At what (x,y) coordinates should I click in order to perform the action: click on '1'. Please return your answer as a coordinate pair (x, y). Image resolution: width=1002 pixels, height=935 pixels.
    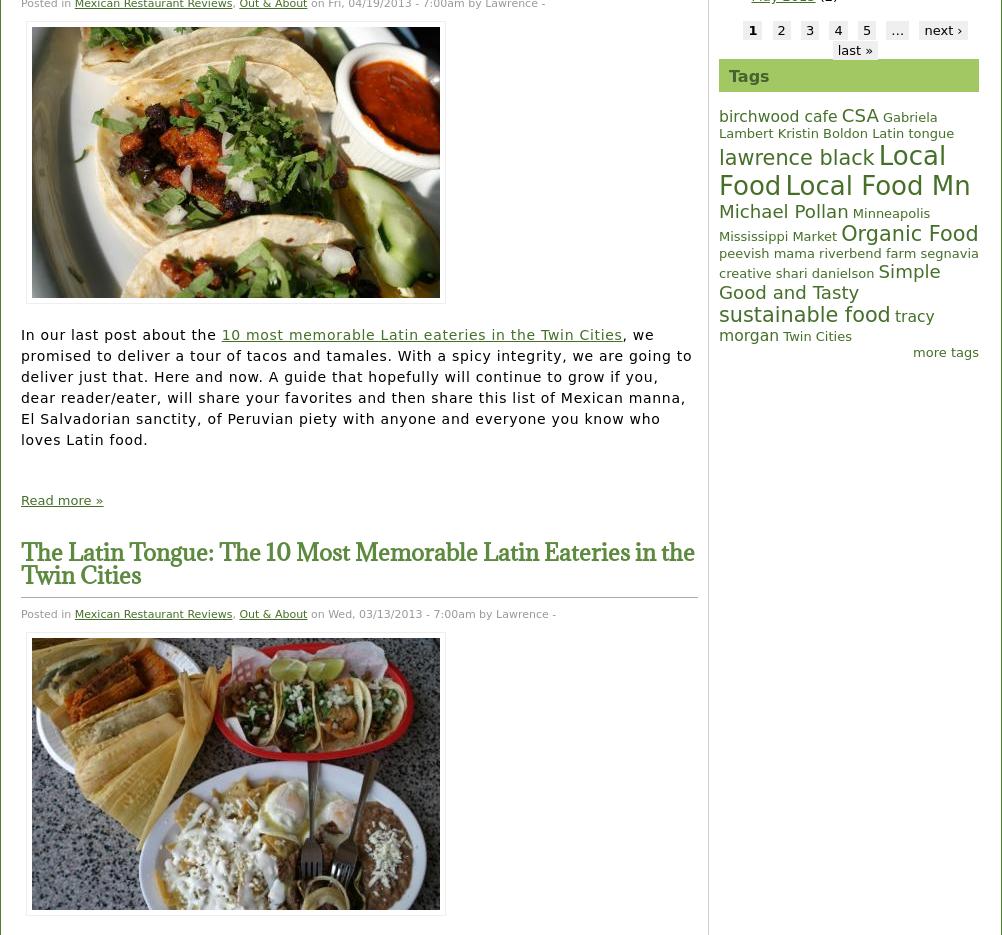
    Looking at the image, I should click on (752, 28).